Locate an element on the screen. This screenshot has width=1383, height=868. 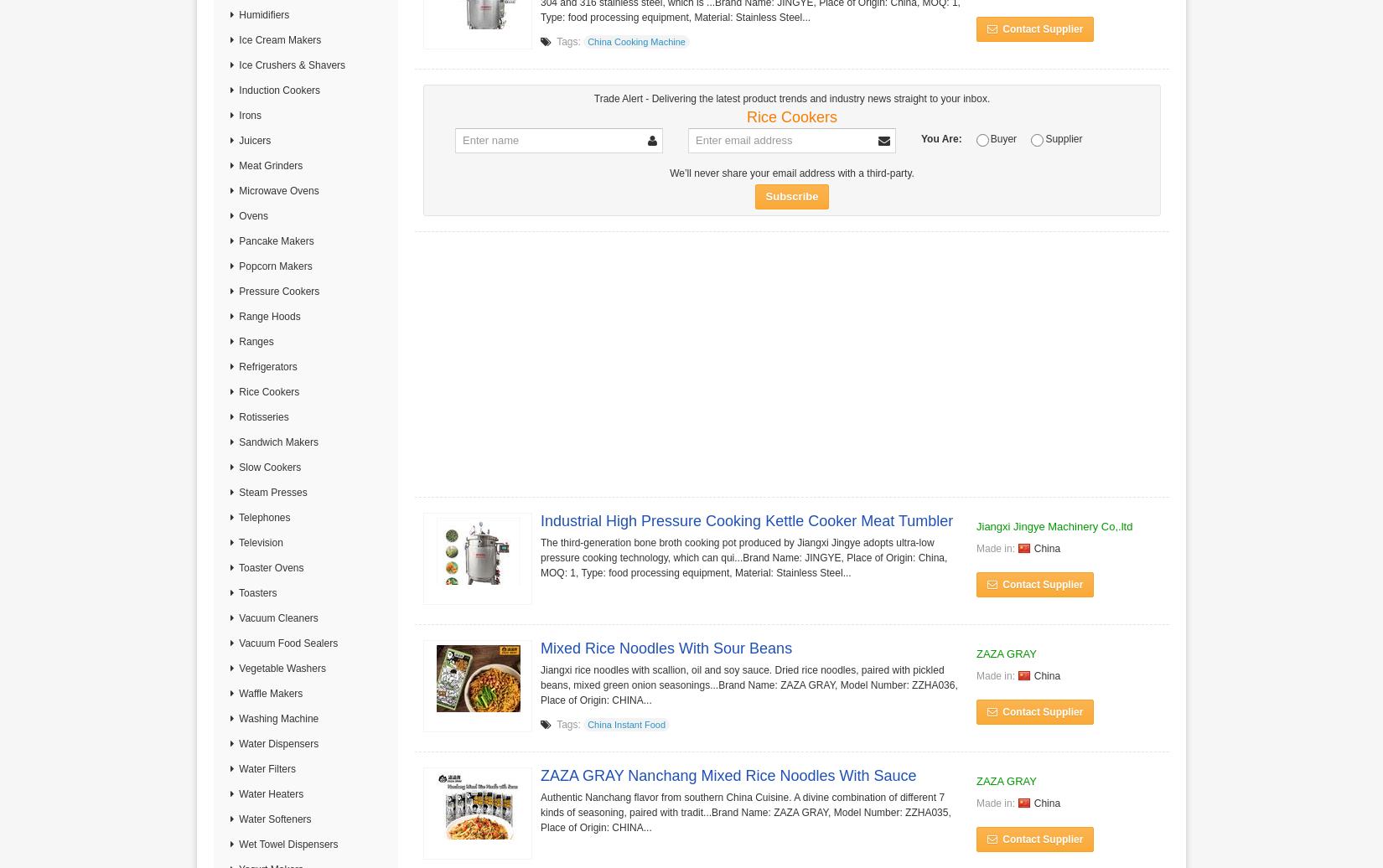
'Washing Machine' is located at coordinates (277, 719).